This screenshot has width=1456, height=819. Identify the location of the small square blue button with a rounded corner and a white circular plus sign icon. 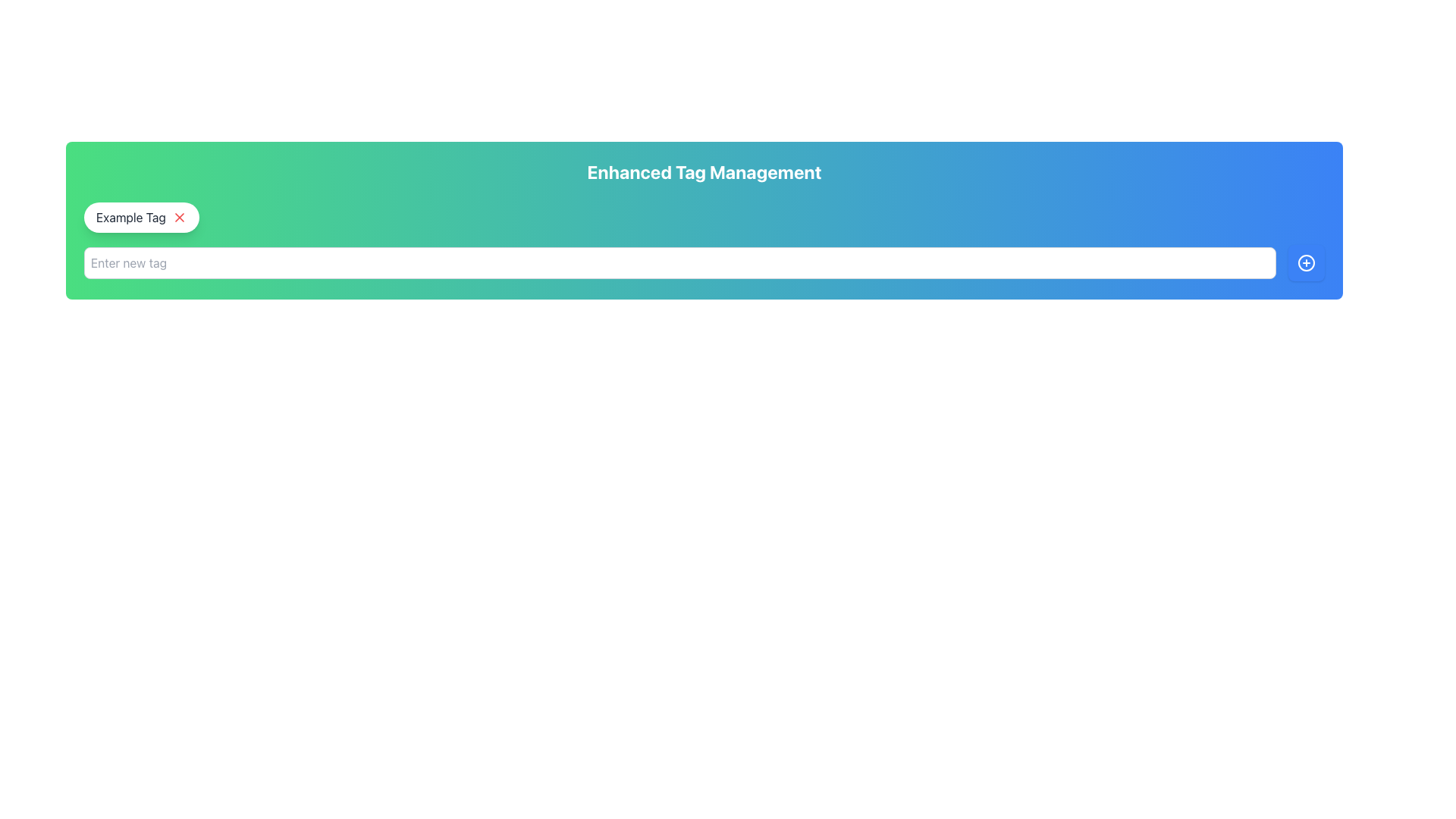
(1306, 262).